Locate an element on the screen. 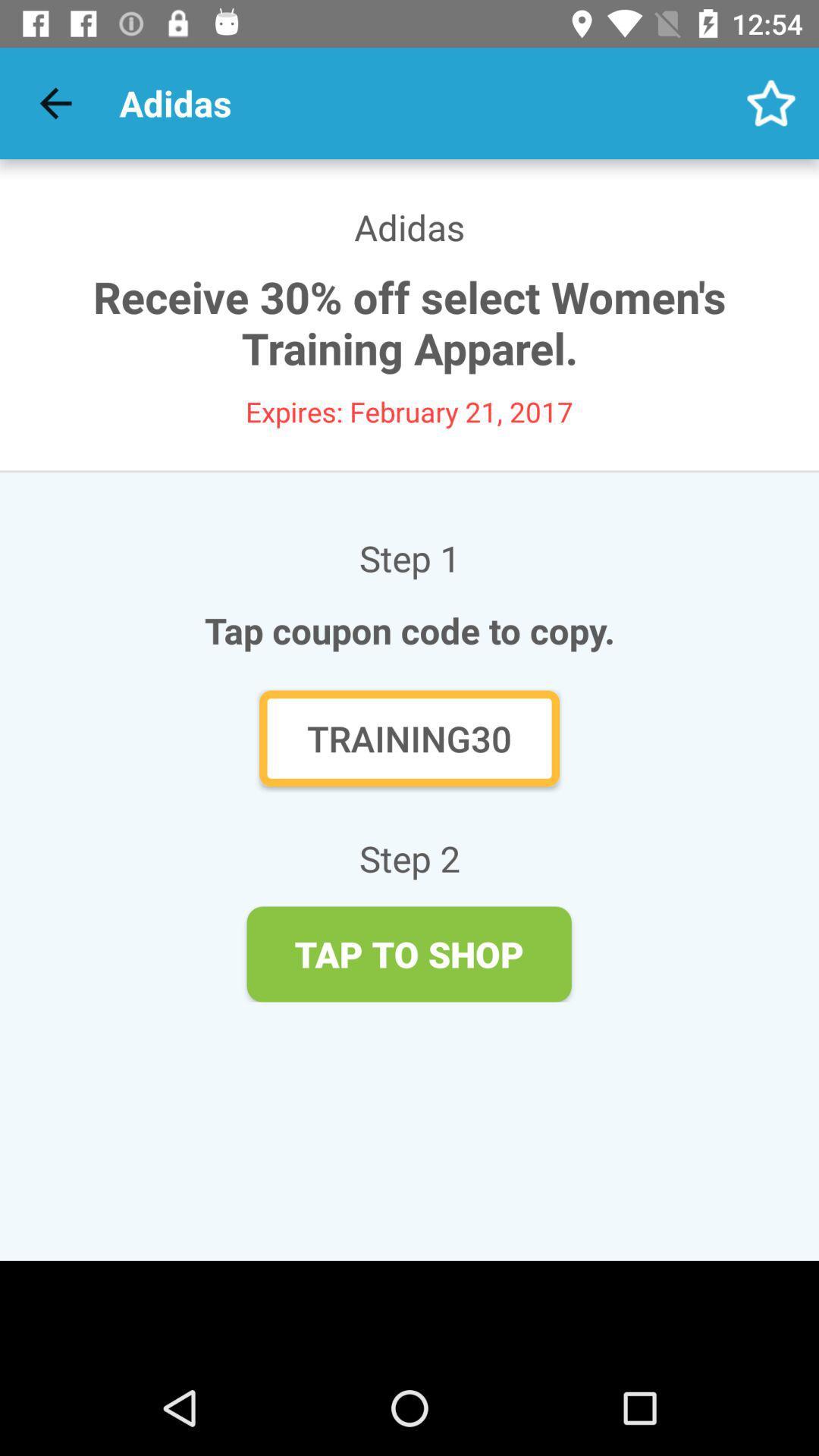 The width and height of the screenshot is (819, 1456). item at the top right corner is located at coordinates (771, 102).